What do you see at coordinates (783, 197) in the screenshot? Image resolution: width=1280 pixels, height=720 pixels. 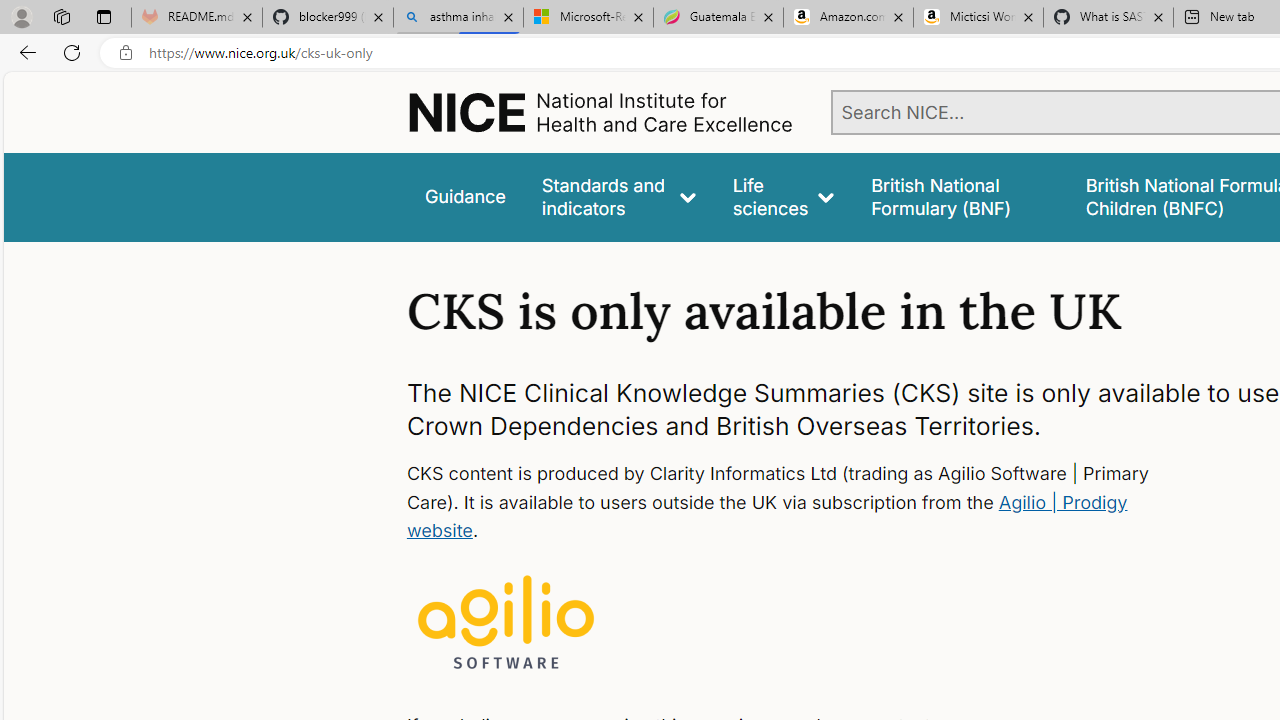 I see `'Life sciences'` at bounding box center [783, 197].